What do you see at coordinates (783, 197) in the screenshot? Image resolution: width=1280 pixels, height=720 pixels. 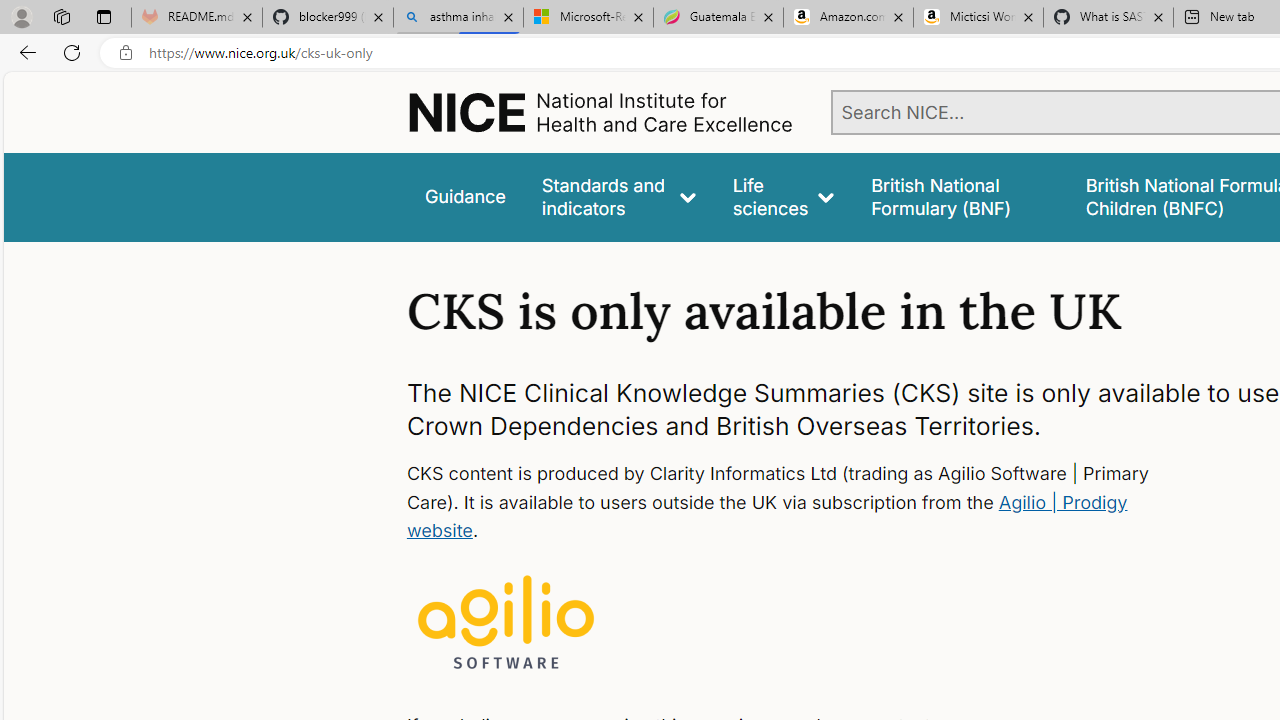 I see `'Life sciences'` at bounding box center [783, 197].